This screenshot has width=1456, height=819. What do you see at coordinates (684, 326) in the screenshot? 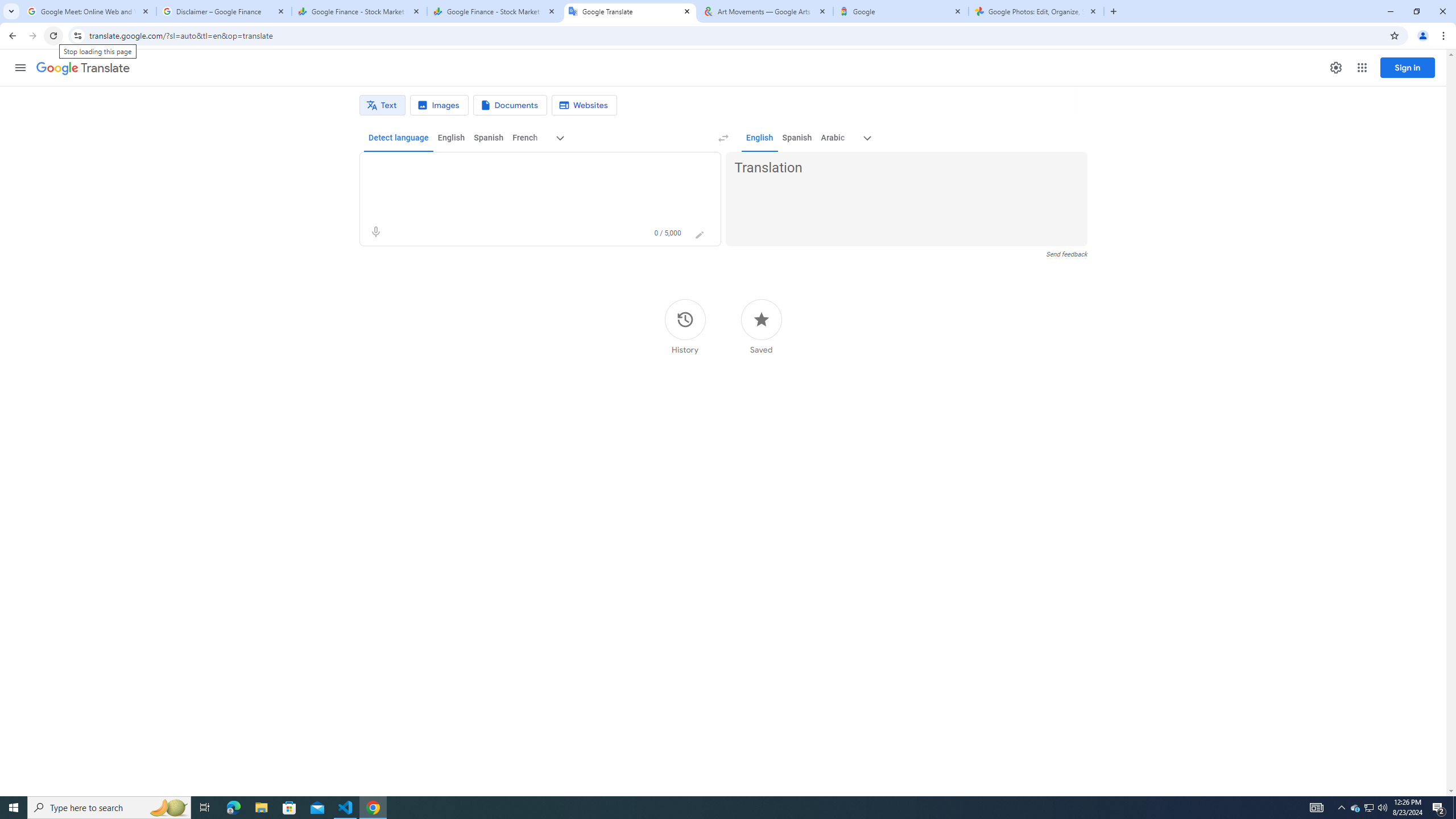
I see `'History'` at bounding box center [684, 326].